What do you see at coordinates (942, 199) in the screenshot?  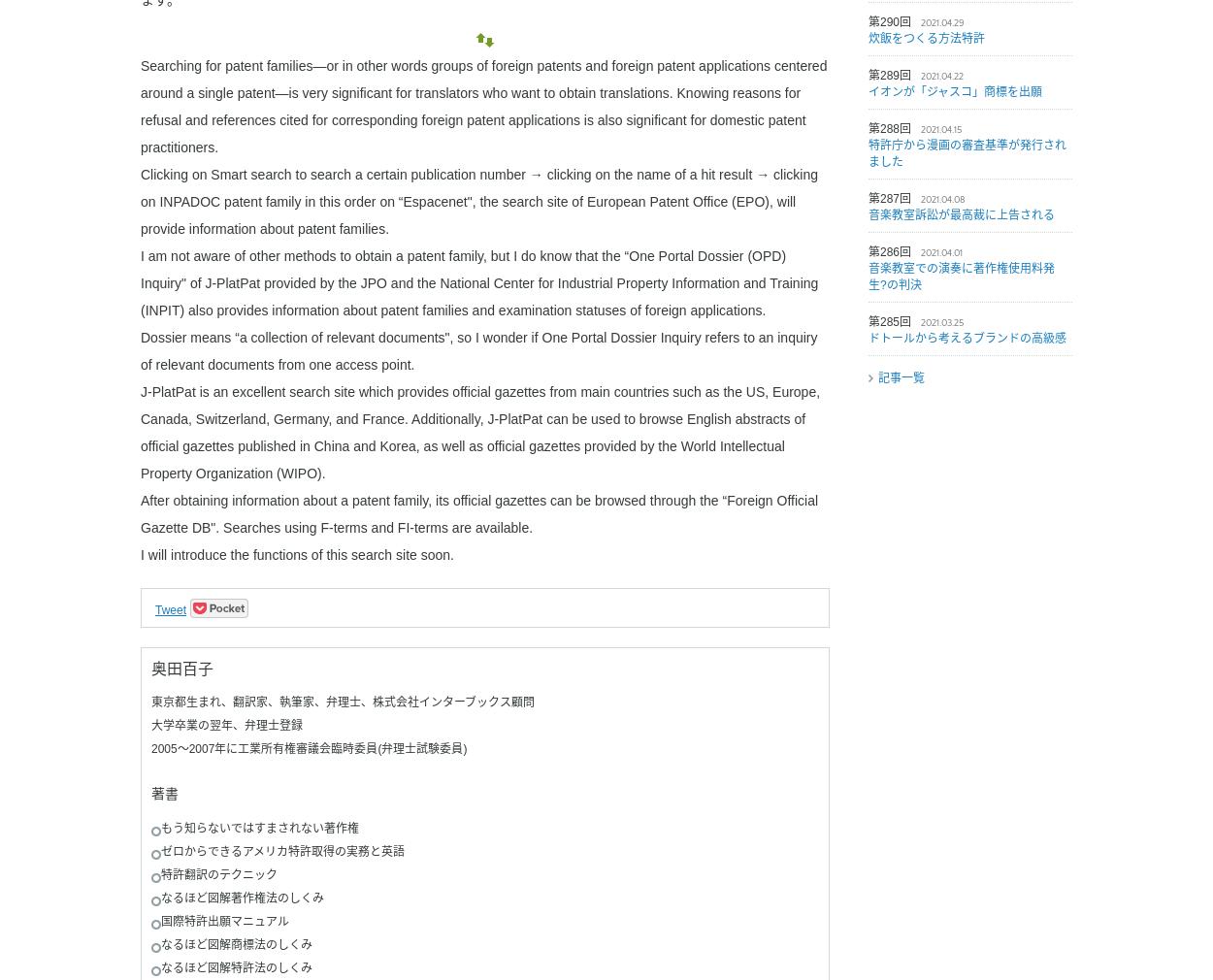 I see `'2021.04.08'` at bounding box center [942, 199].